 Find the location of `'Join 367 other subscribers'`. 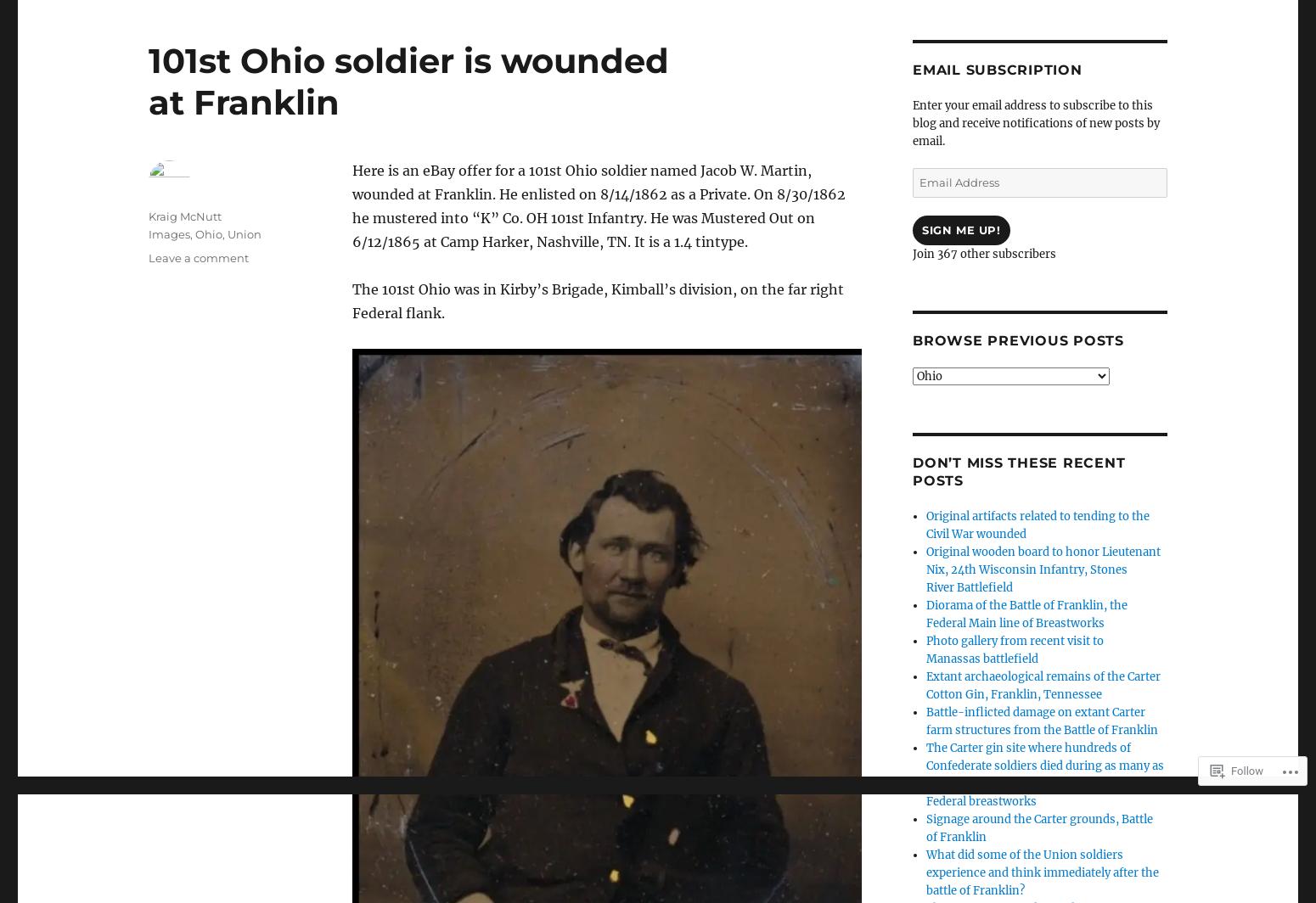

'Join 367 other subscribers' is located at coordinates (912, 254).